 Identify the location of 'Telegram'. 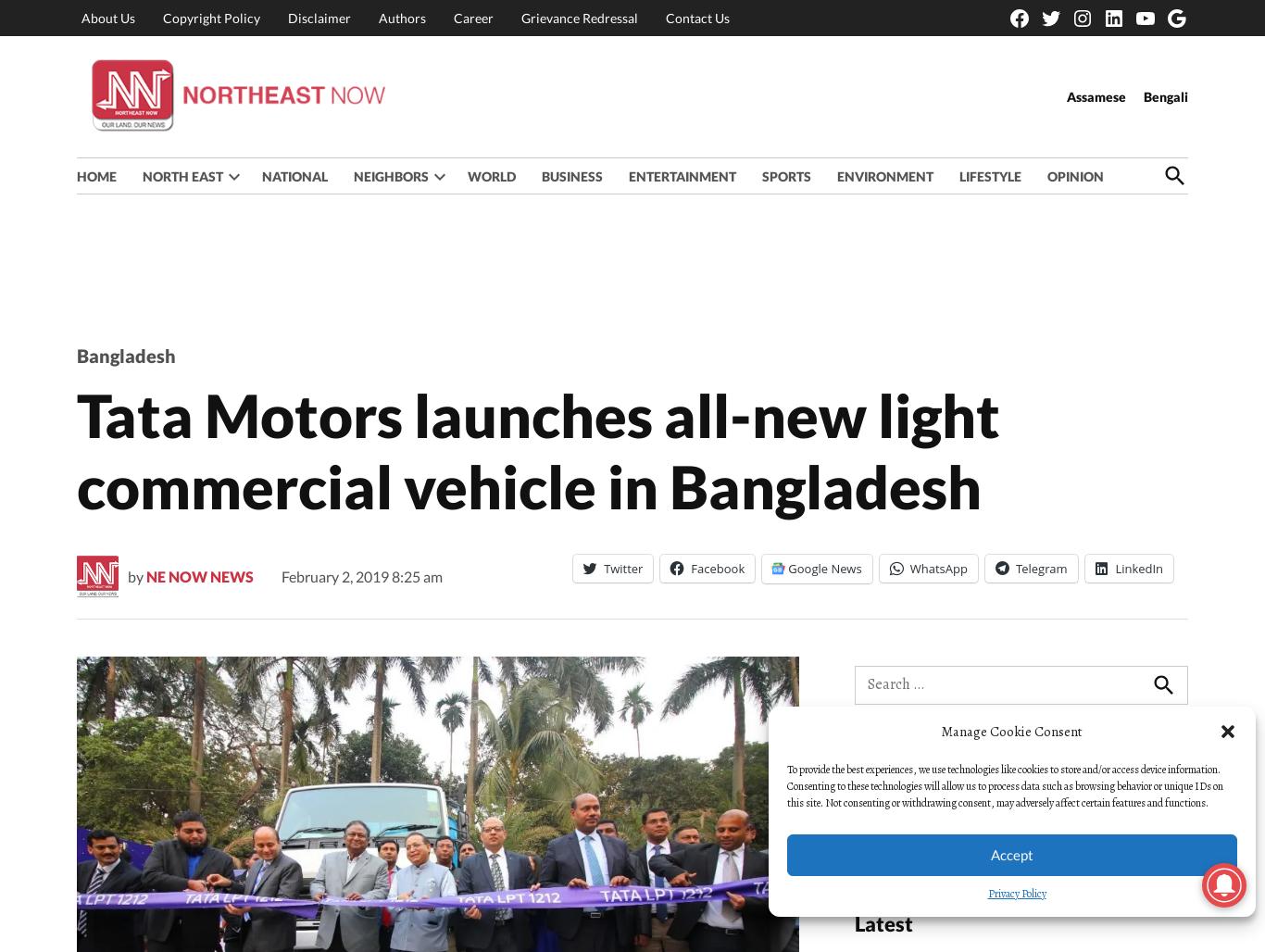
(1039, 566).